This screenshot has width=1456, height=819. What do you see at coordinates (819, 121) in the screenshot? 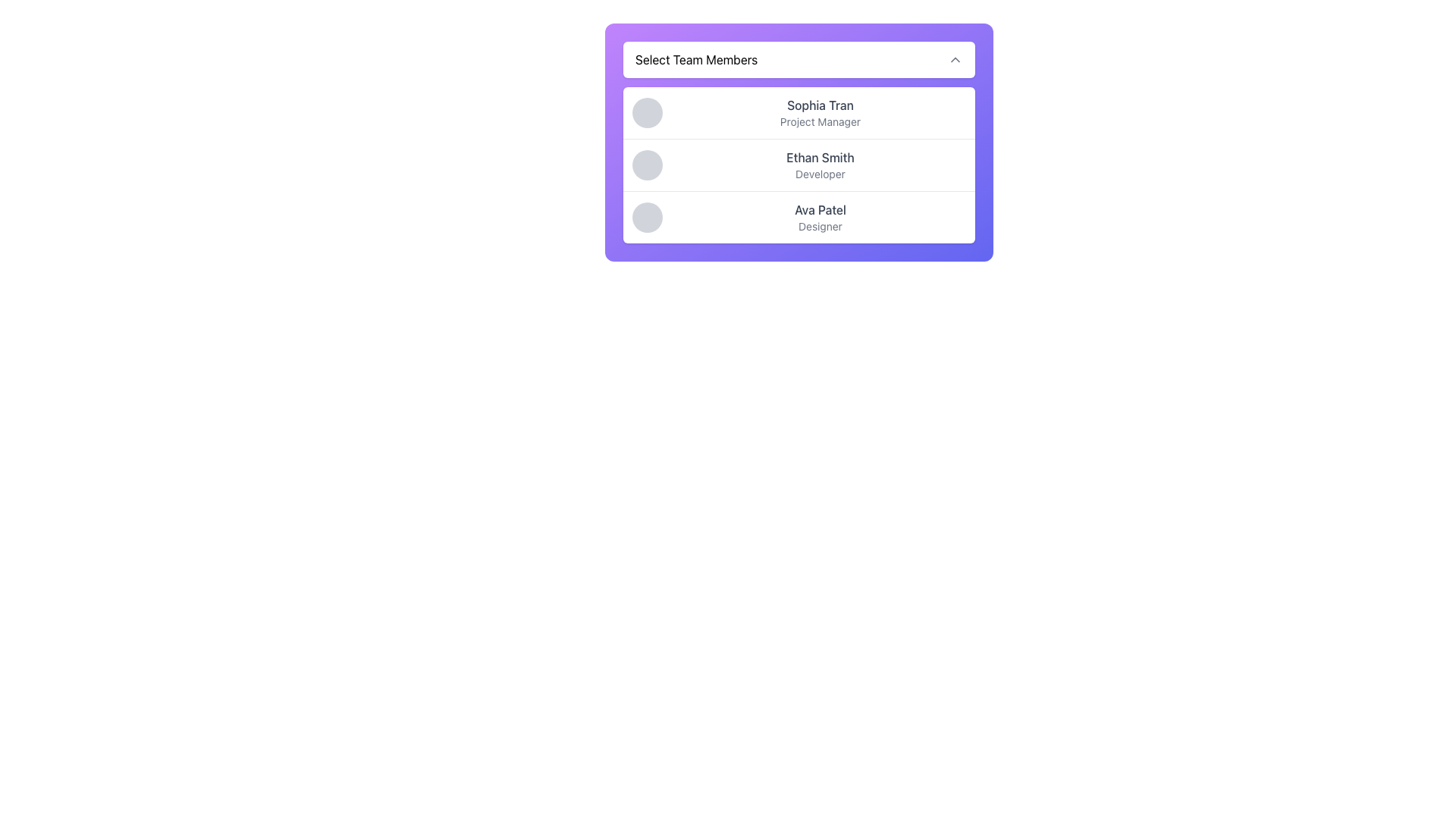
I see `the text label describing Sophia Tran's role in the team member selection within the 'Select Team Members' dialog, located below her name in the list` at bounding box center [819, 121].